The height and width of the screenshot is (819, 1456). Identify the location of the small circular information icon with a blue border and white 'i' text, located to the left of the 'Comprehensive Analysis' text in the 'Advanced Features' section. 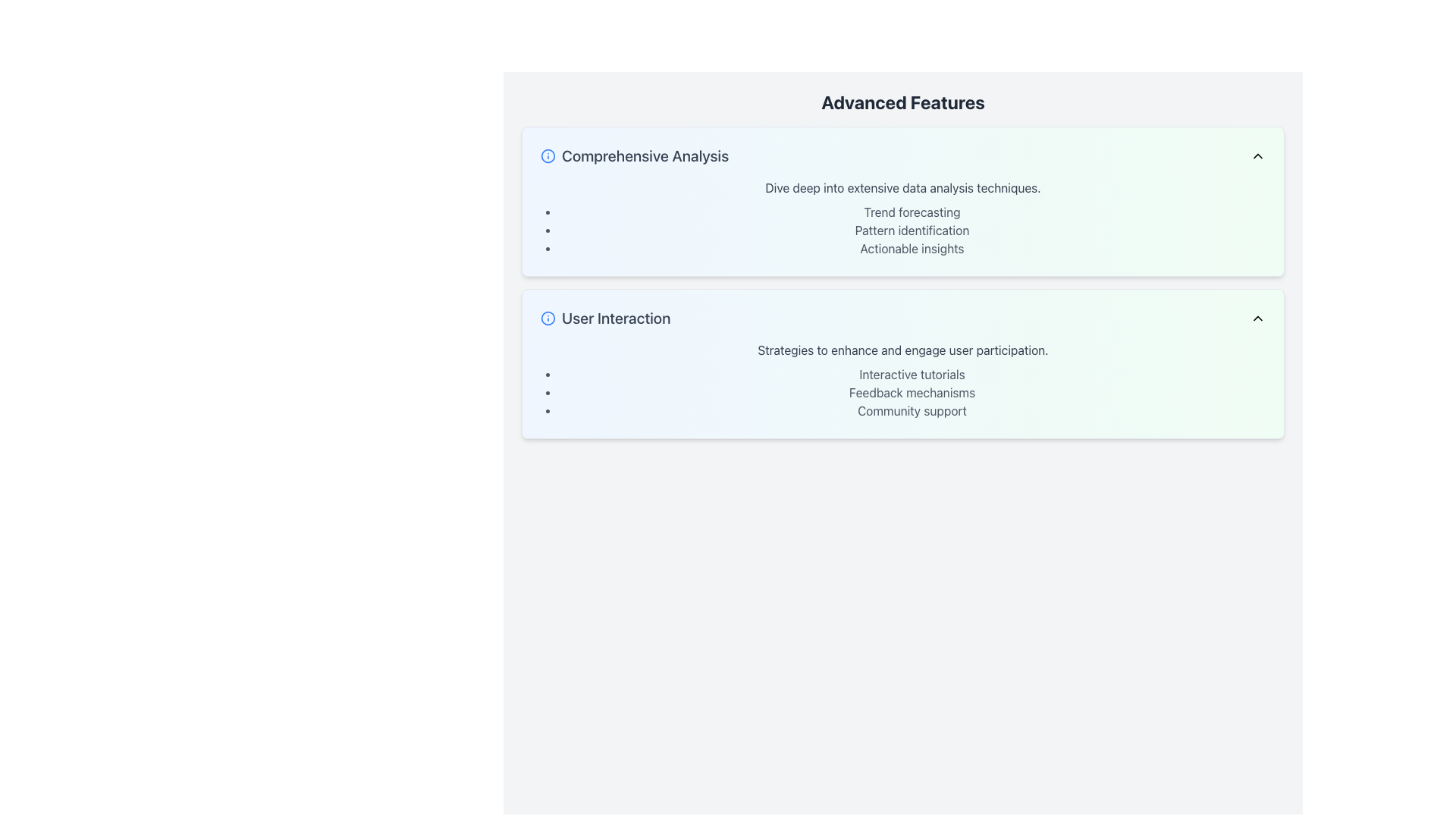
(548, 155).